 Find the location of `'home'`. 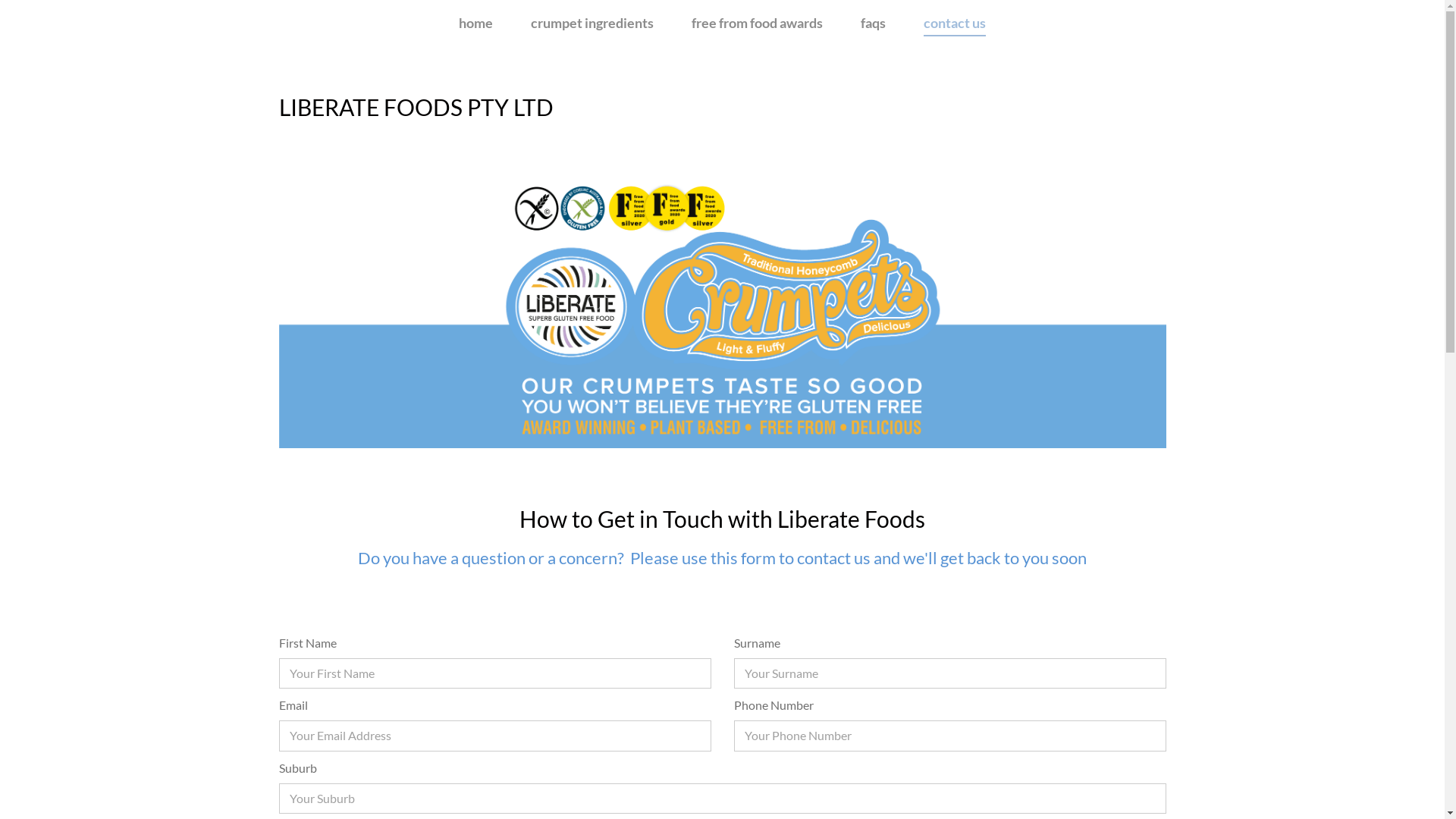

'home' is located at coordinates (475, 23).